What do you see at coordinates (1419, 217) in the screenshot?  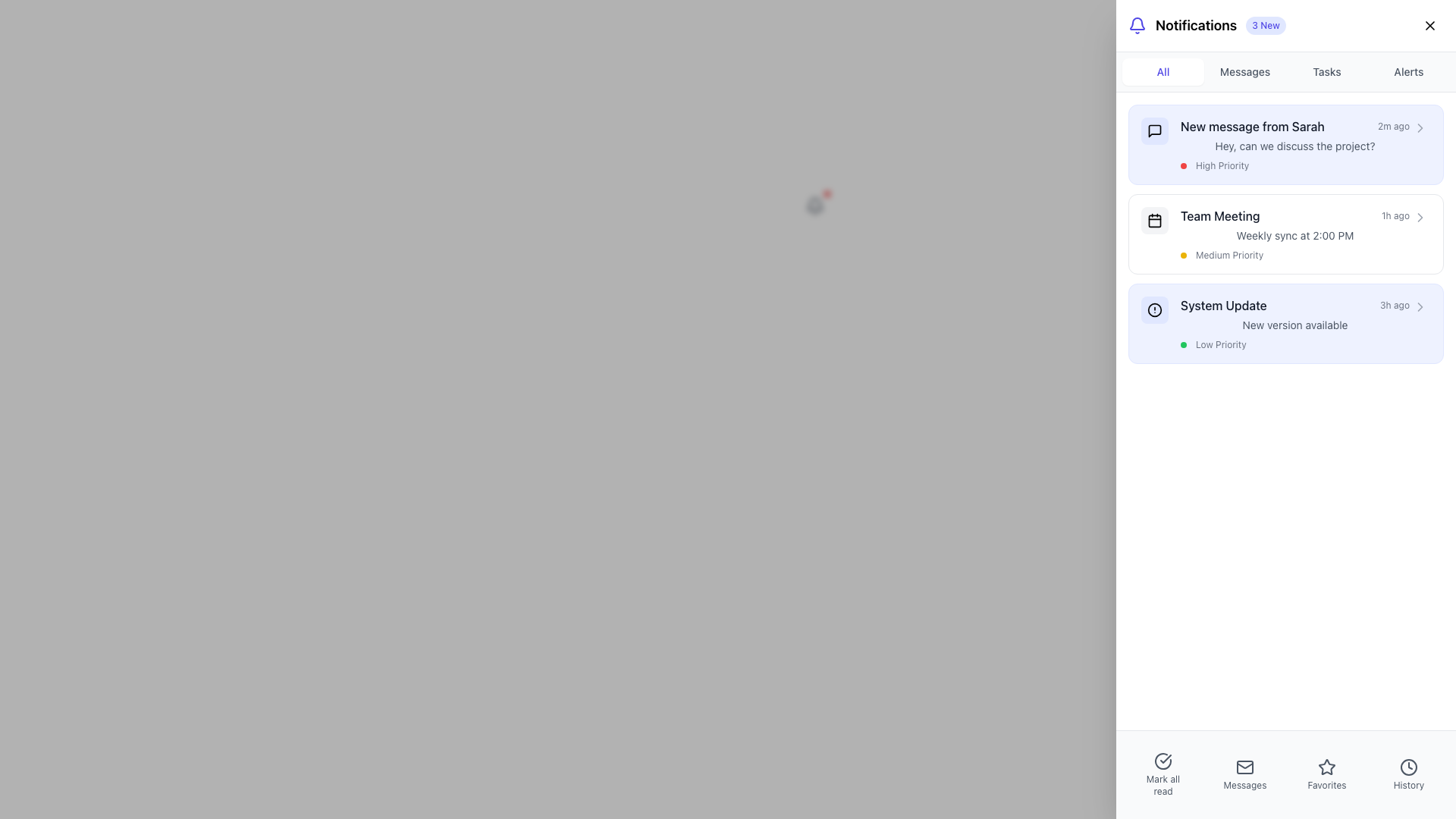 I see `the rightward chevron arrow icon in the 'System Update' notification card` at bounding box center [1419, 217].